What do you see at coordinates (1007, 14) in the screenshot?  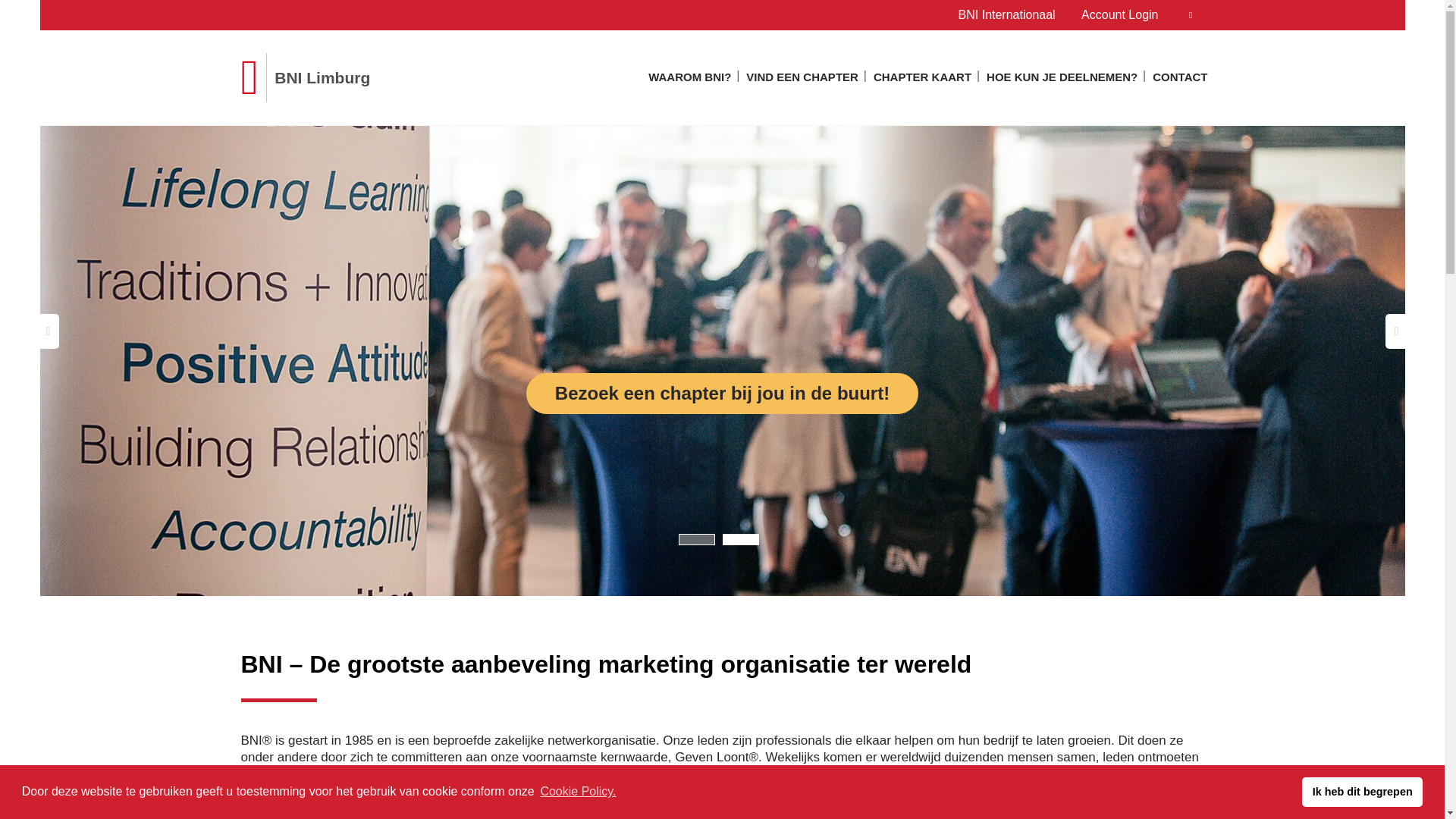 I see `'BNI Internationaal'` at bounding box center [1007, 14].